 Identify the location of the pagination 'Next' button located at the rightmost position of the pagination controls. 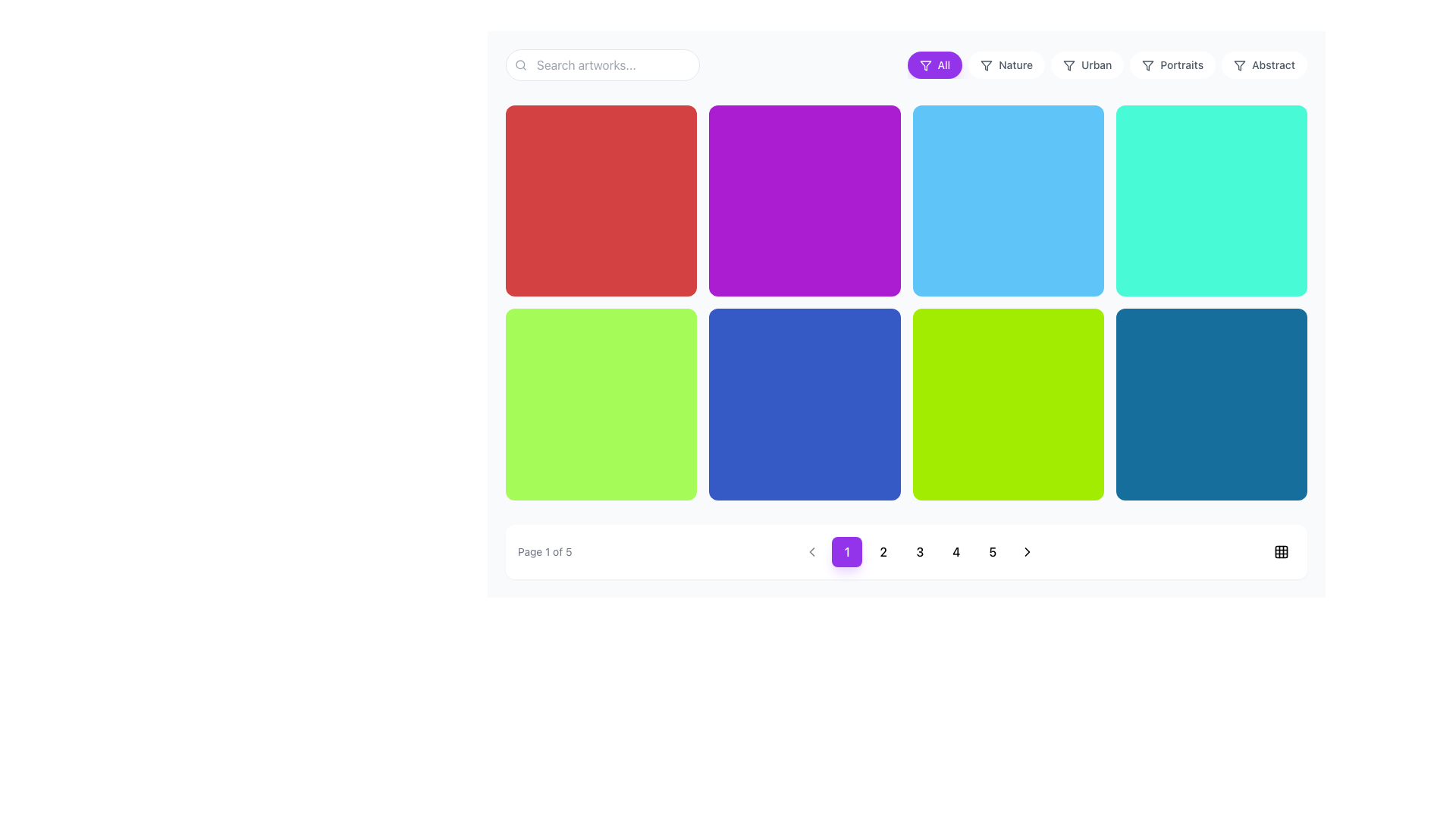
(1028, 551).